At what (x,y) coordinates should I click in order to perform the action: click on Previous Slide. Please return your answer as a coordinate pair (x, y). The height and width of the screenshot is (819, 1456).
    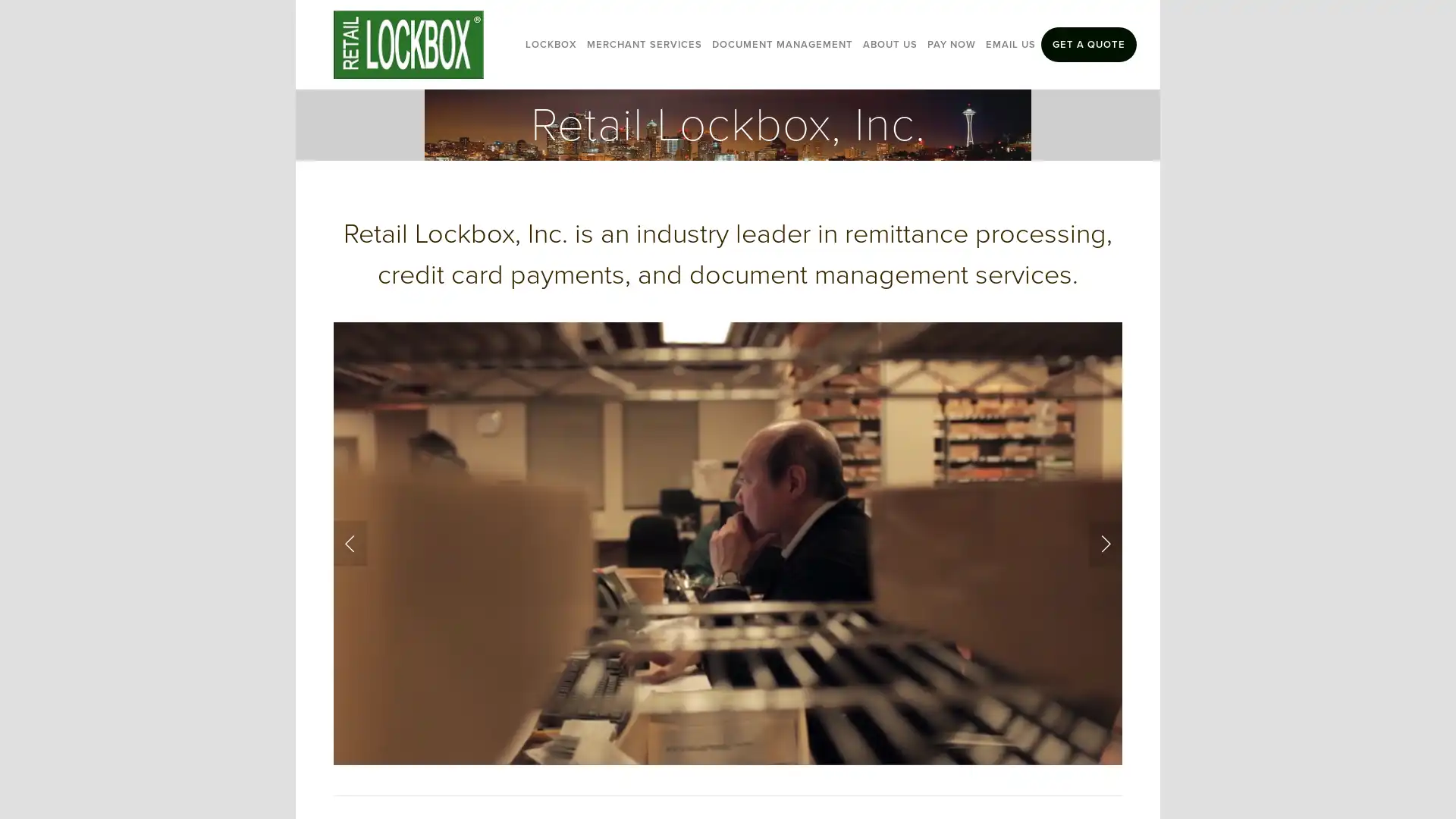
    Looking at the image, I should click on (349, 542).